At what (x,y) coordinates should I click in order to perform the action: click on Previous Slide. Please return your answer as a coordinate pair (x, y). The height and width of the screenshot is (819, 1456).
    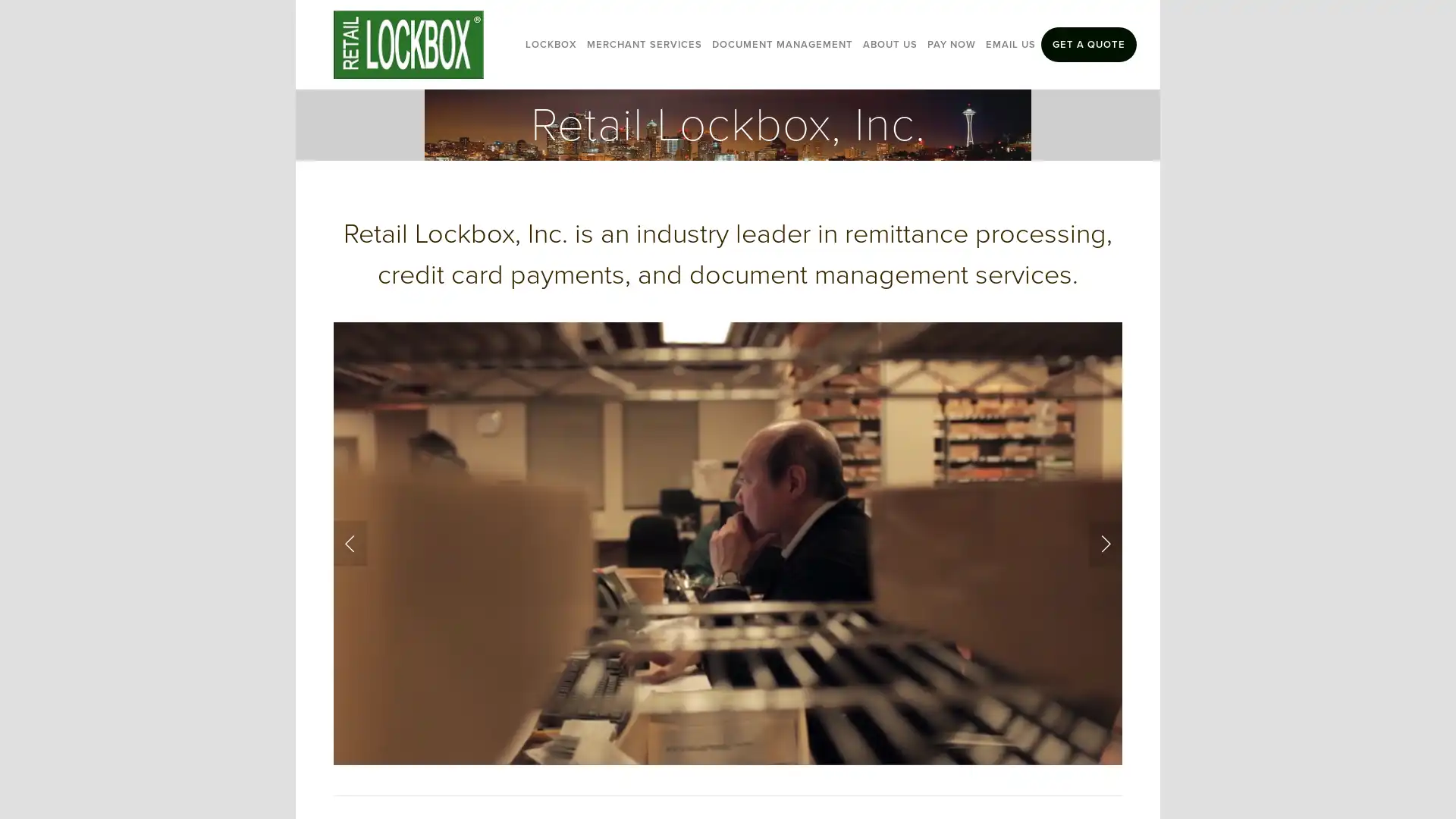
    Looking at the image, I should click on (349, 542).